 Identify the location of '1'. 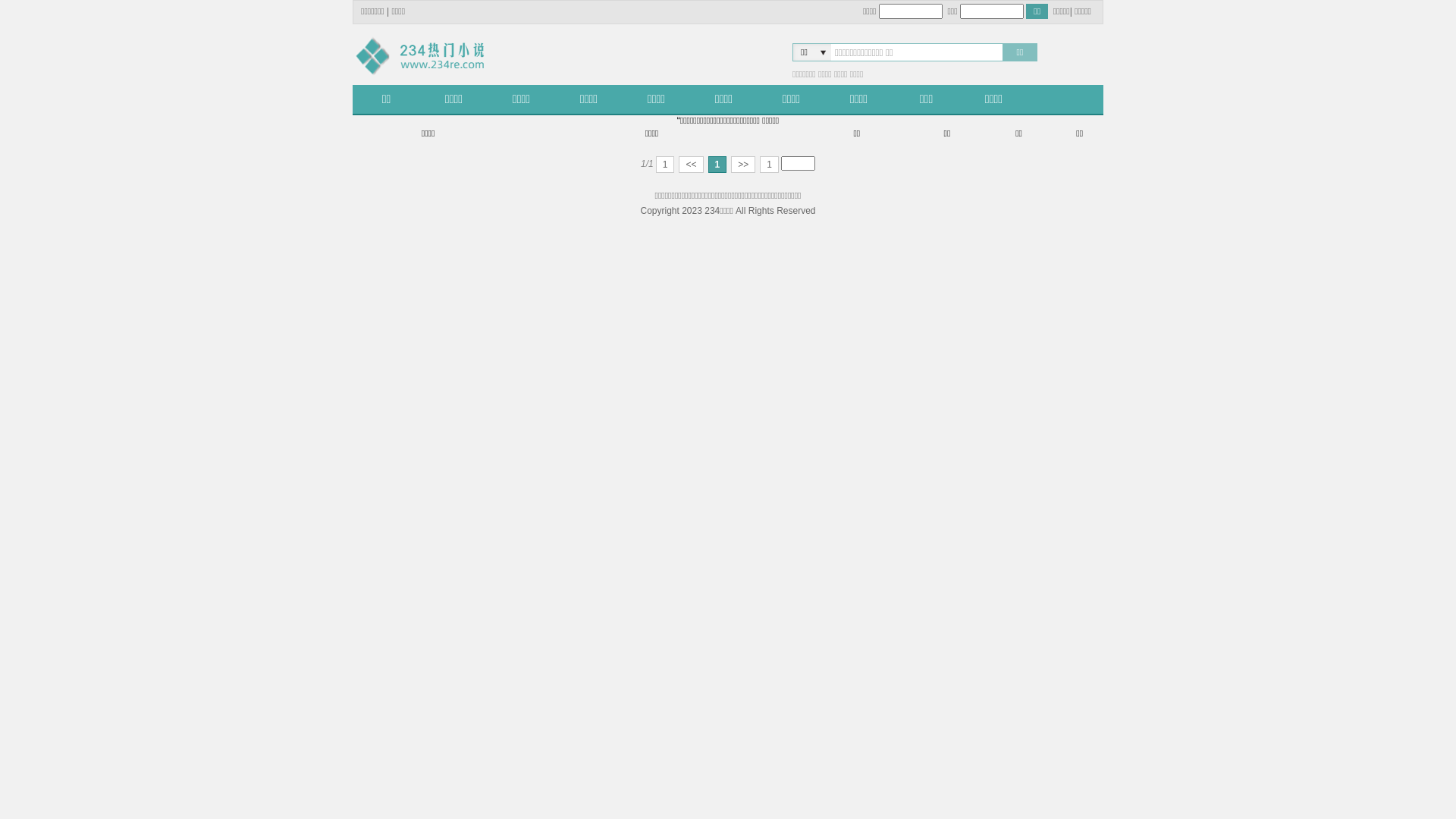
(769, 164).